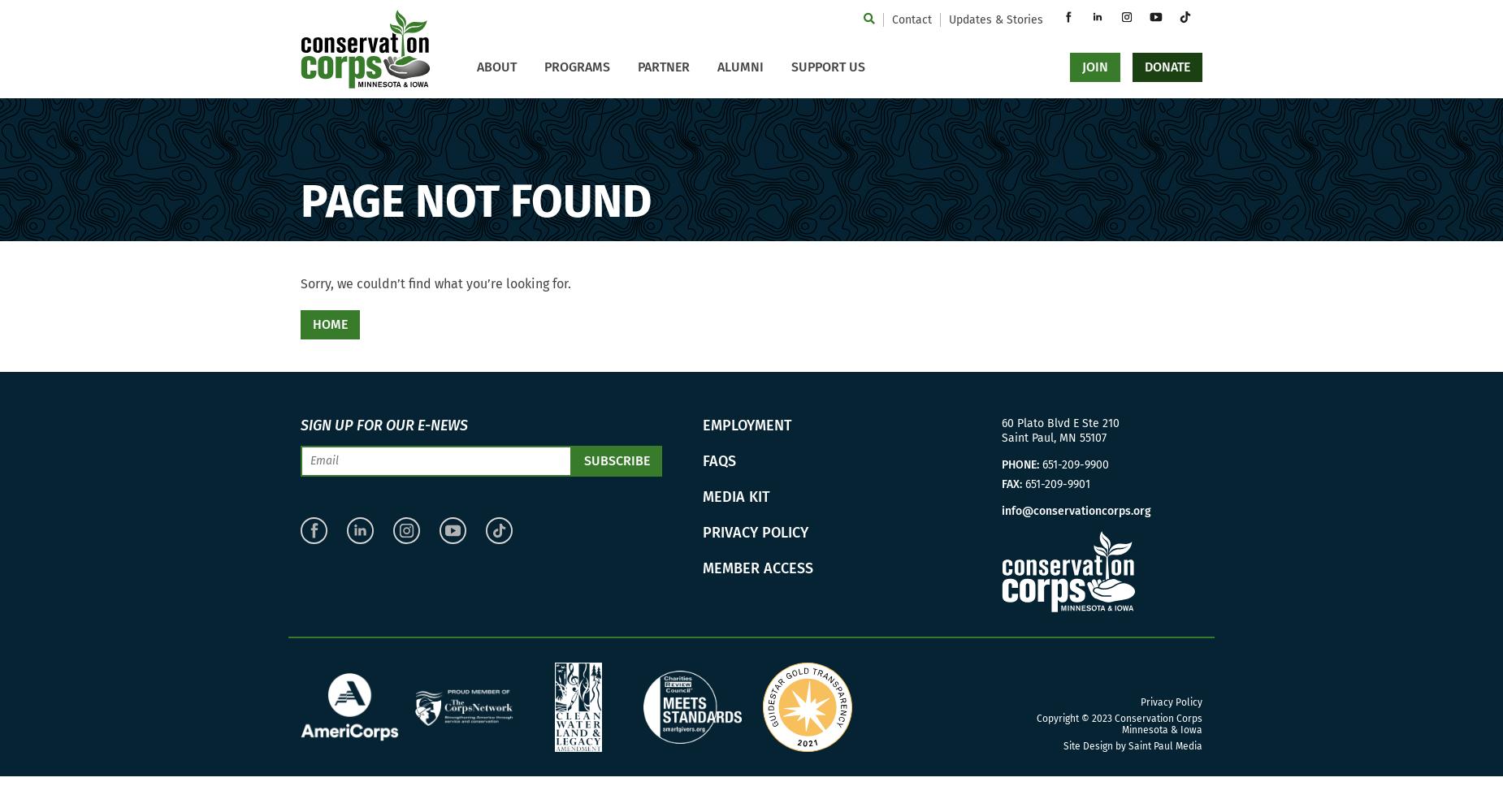 Image resolution: width=1503 pixels, height=812 pixels. What do you see at coordinates (717, 66) in the screenshot?
I see `'Alumni'` at bounding box center [717, 66].